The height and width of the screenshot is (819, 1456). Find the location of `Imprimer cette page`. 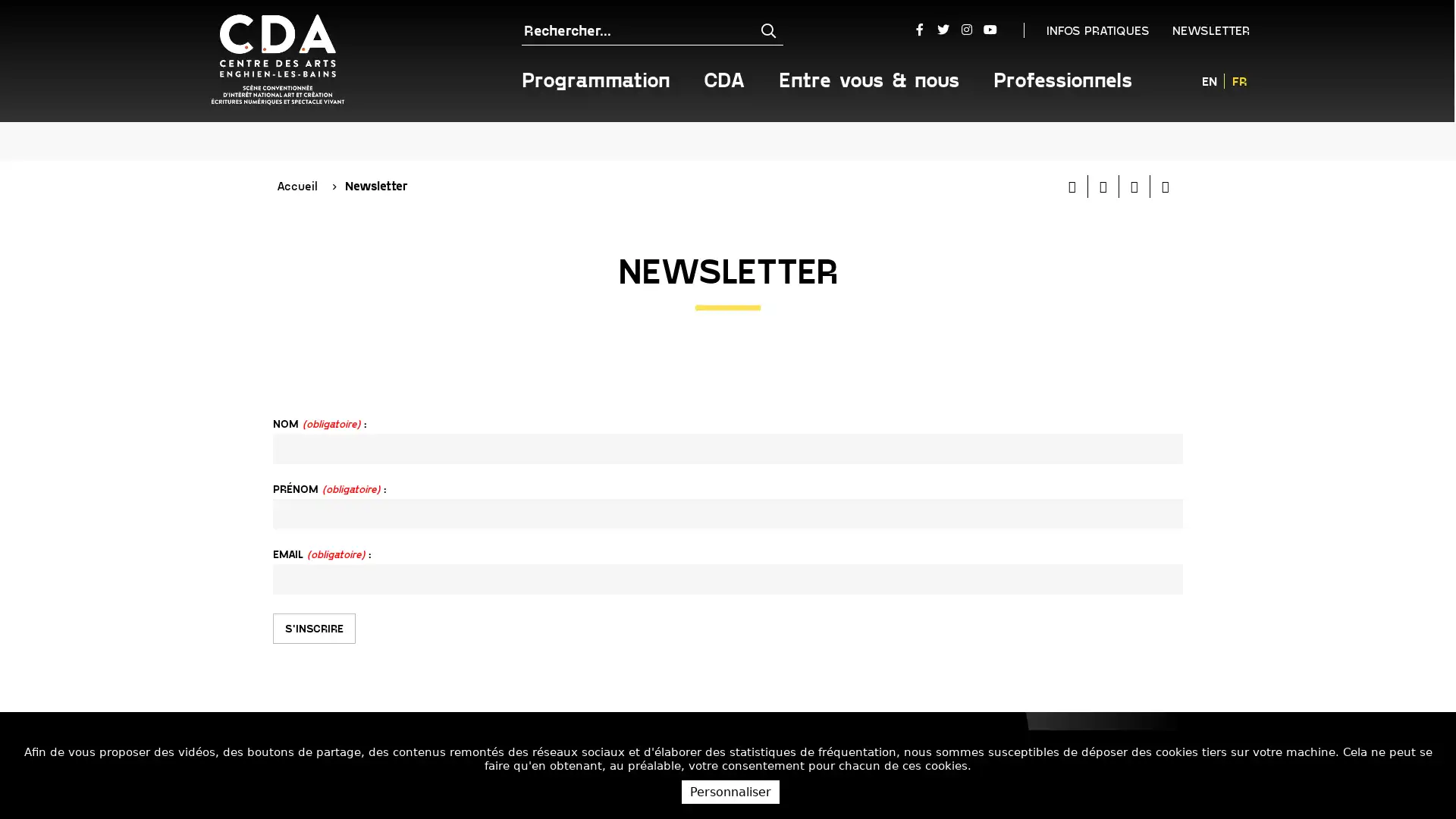

Imprimer cette page is located at coordinates (1072, 149).